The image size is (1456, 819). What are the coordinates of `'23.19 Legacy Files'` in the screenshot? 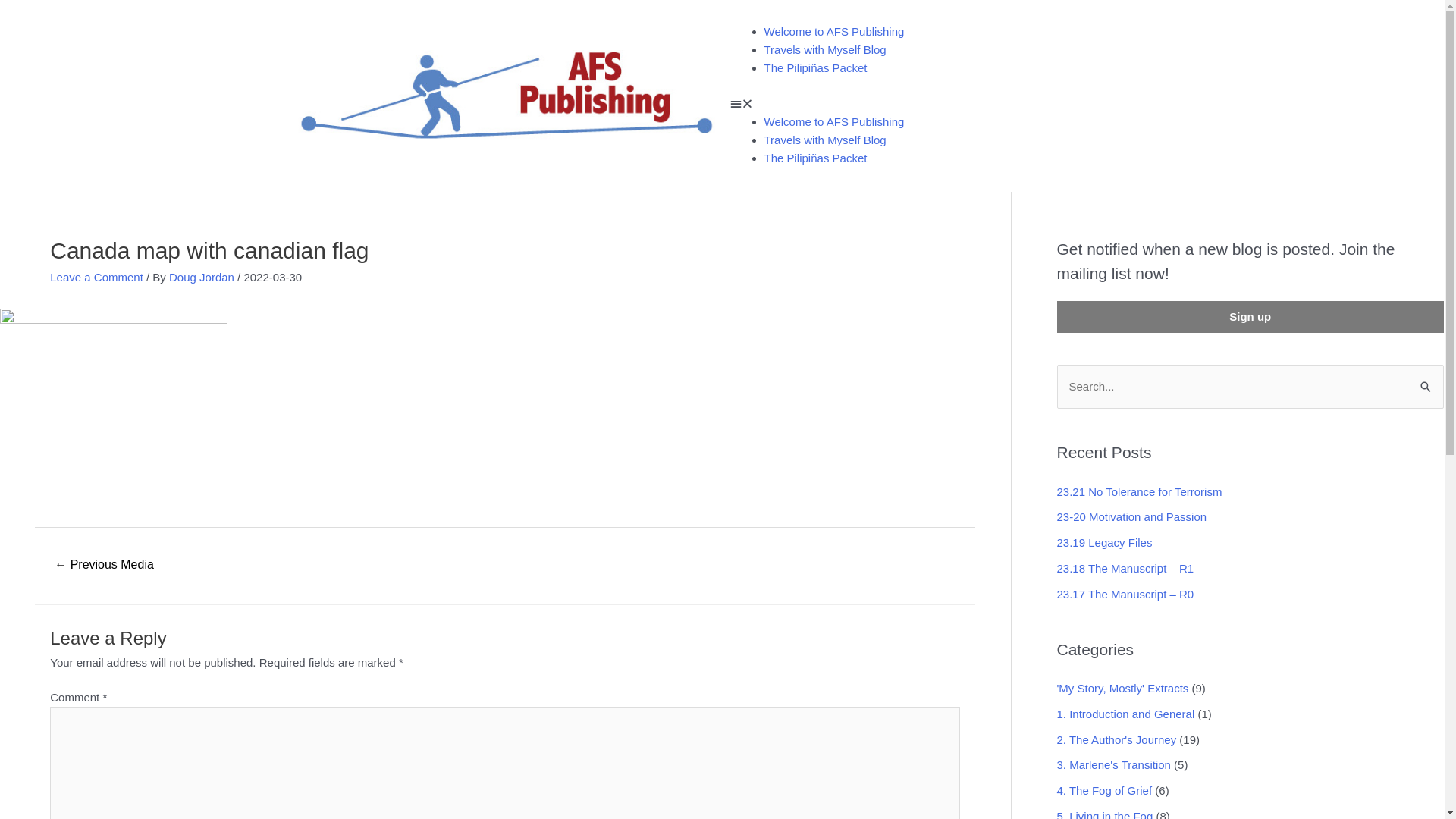 It's located at (1056, 541).